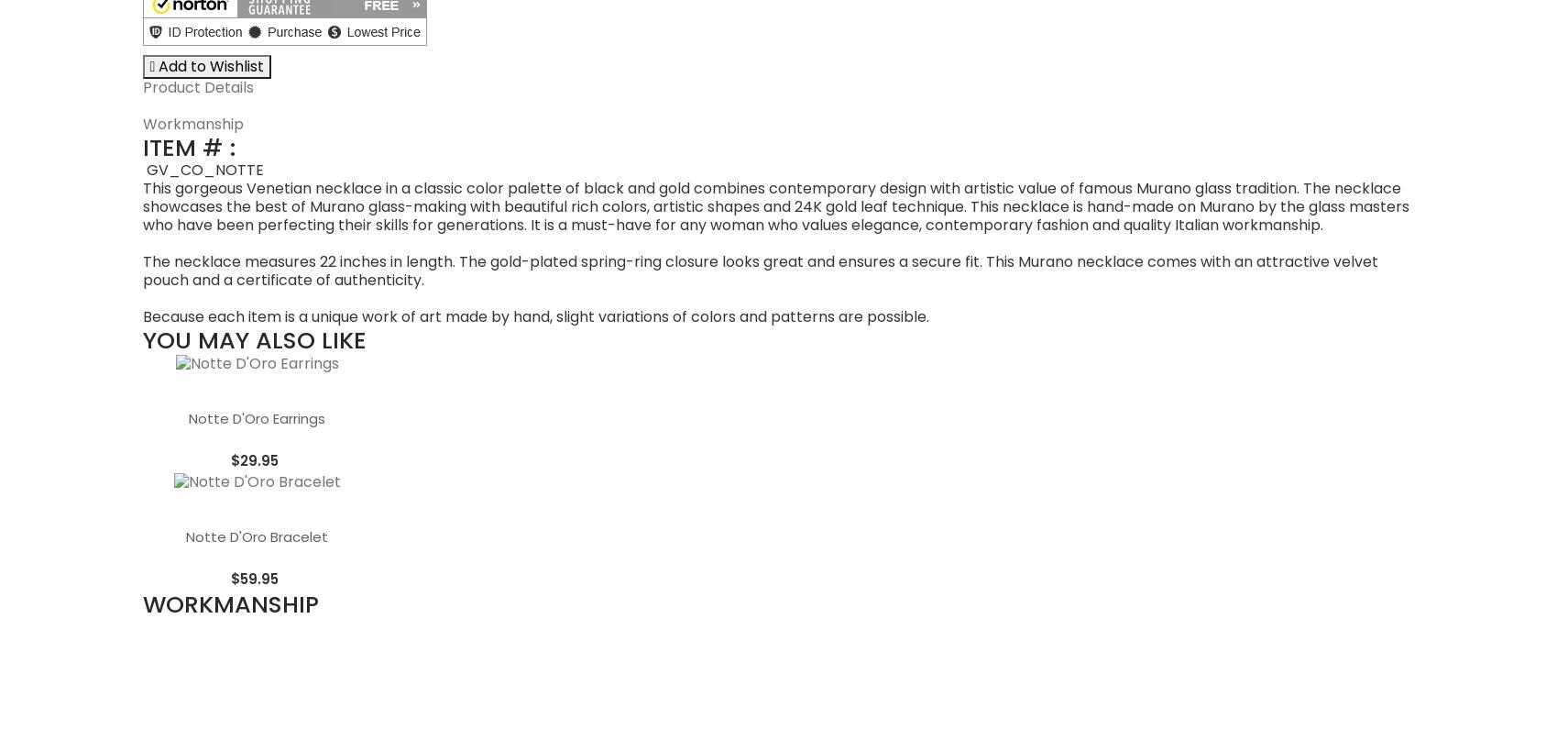  Describe the element at coordinates (782, 514) in the screenshot. I see `'The ultimate symbol of status and power, gold was always held in high regard in Venice. Once Murano Glass artisans learned how to infuse gold into their creations, their fame spread far beyond Venice. The captivating mix of 24K gold with transparent or colorful blown glass has been the secret of Venetian glass masters for centuries, the magic behind their artworks, which exude soft golden glow and sparkle gently in the light. More recently Murano artisans have been creating jewelry from Murano Glass beads lined with gold leaf. To create each bead the master wraps a very thin layer of 24K gold foil around the glass base under a flame, and then adds a layer of clear or colored glass on top. The gold-lined Murano Glass bead is then put into a special annealing camera, after which it is ready to become a pendant, be strung onto a necklace or bracelet, or used to create other jewelry. Enjoy your gold-infused Murano Glass jewelry, knowing that every bead was handcrafted with skill and utmost care in the famous glass workshops of Murano, Italy.'` at that location.